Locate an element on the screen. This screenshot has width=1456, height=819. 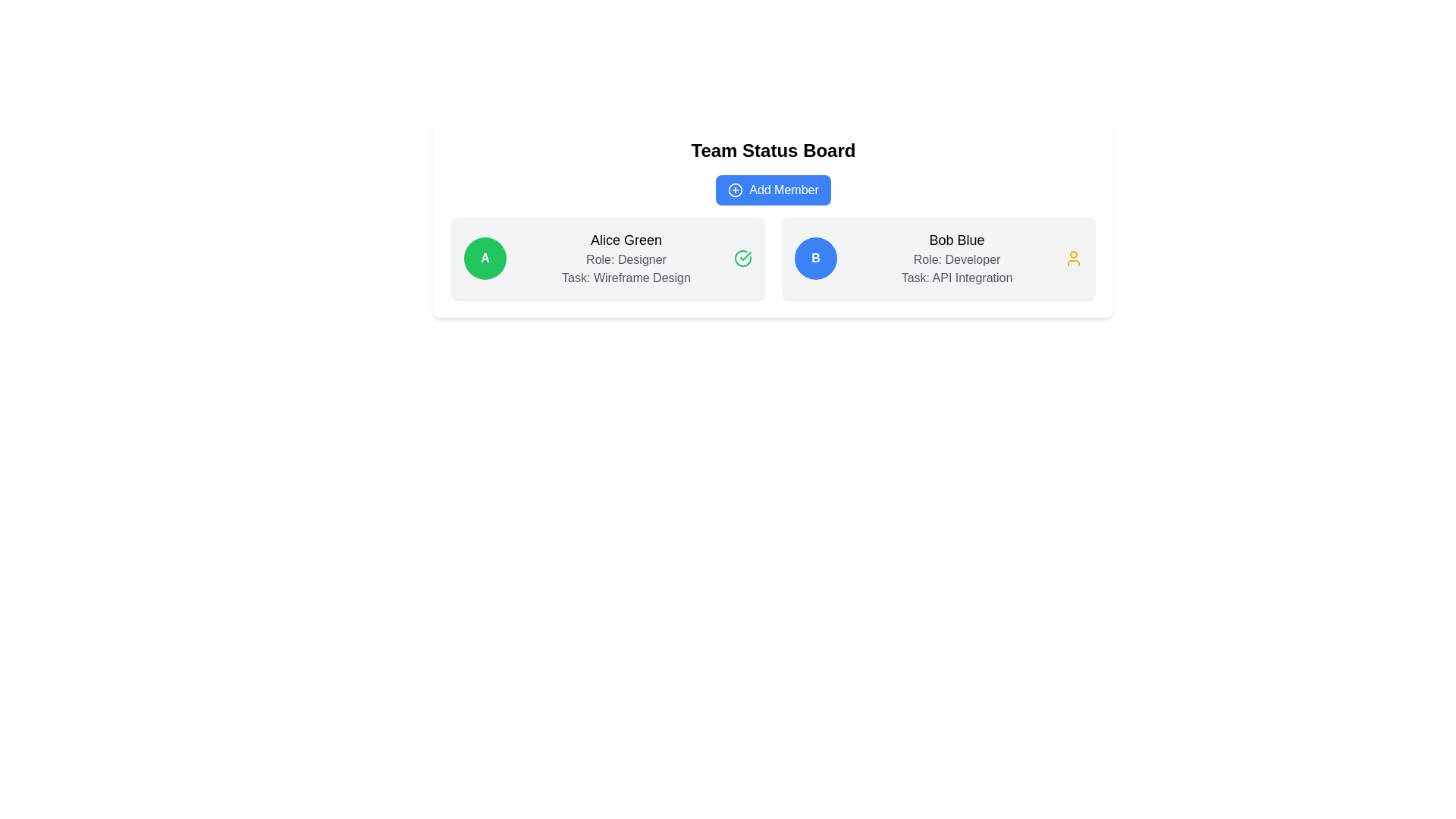
the button that allows users to add new members to the current team, located below the 'Team Status Board' heading is located at coordinates (773, 189).